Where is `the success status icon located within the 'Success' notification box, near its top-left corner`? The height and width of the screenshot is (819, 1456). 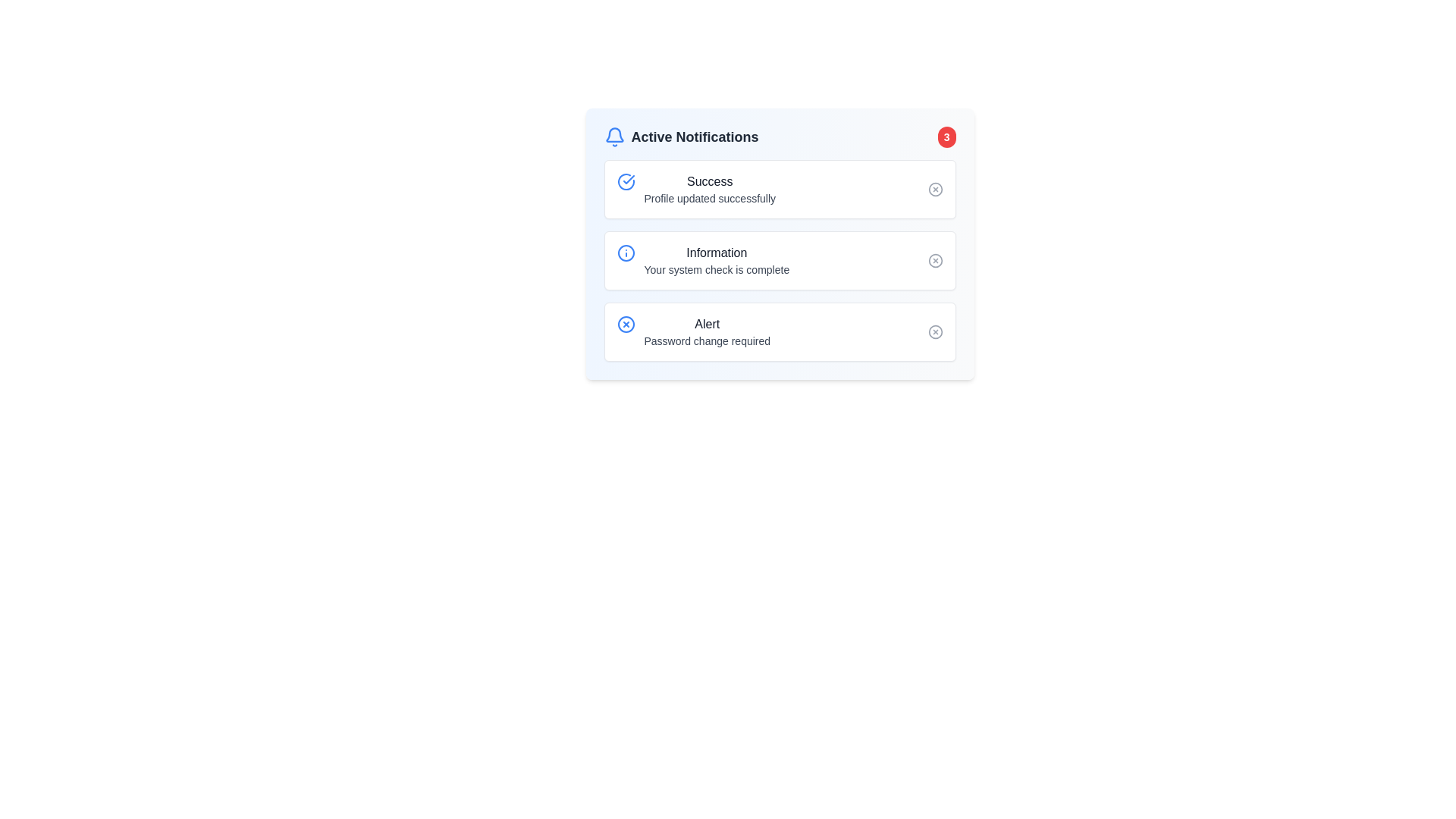 the success status icon located within the 'Success' notification box, near its top-left corner is located at coordinates (629, 178).